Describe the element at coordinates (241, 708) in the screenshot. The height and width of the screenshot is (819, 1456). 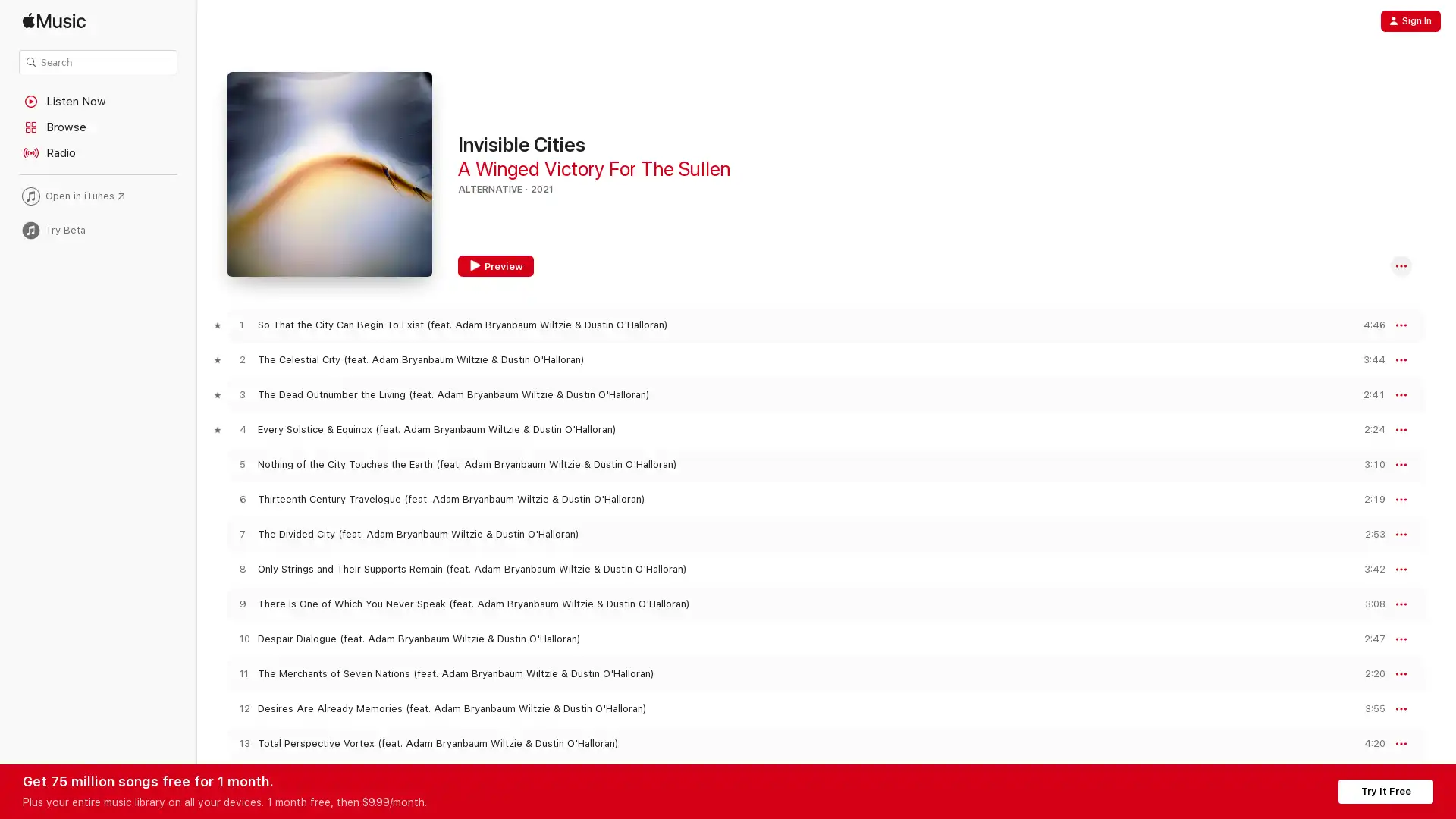
I see `Play` at that location.